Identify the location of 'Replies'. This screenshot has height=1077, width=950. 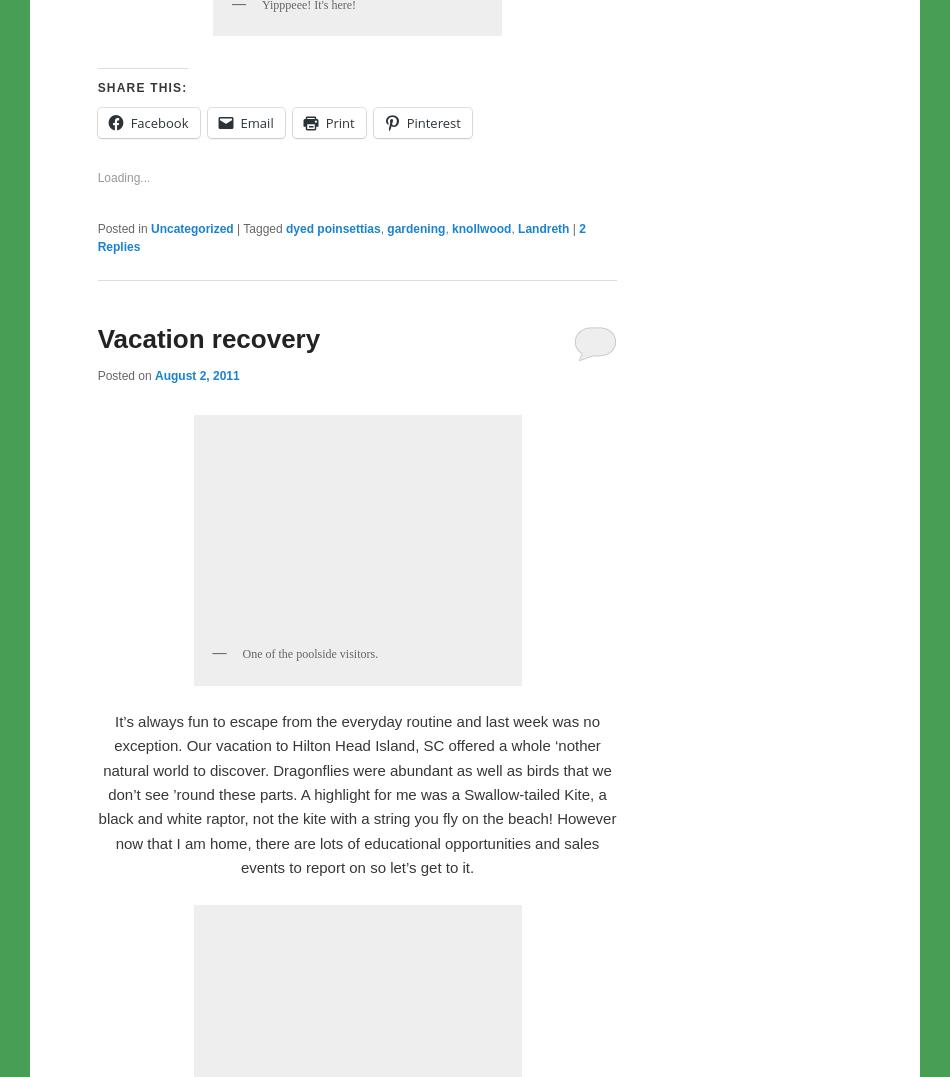
(118, 664).